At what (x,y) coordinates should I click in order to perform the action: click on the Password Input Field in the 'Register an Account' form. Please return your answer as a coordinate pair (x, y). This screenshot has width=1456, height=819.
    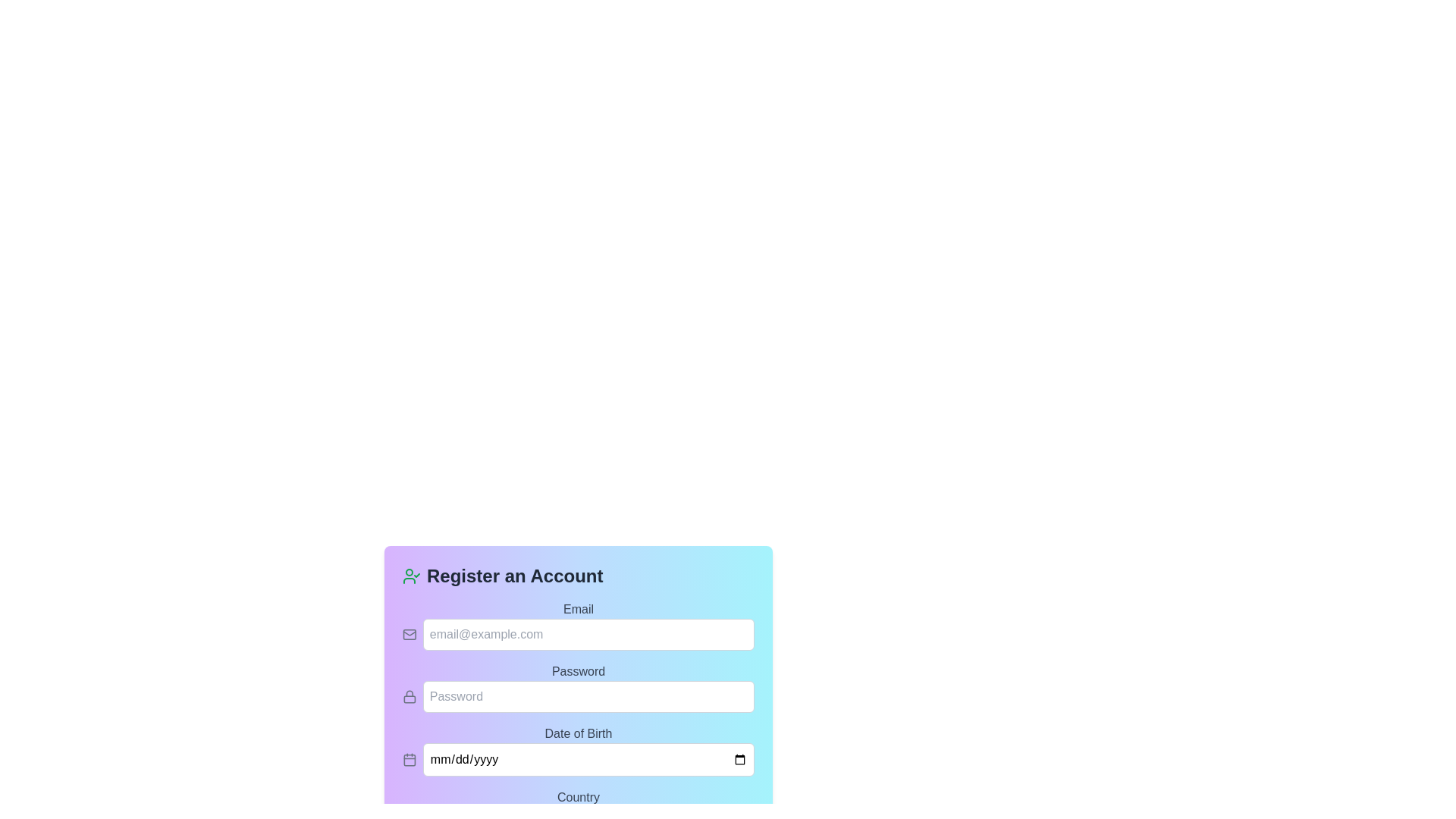
    Looking at the image, I should click on (578, 696).